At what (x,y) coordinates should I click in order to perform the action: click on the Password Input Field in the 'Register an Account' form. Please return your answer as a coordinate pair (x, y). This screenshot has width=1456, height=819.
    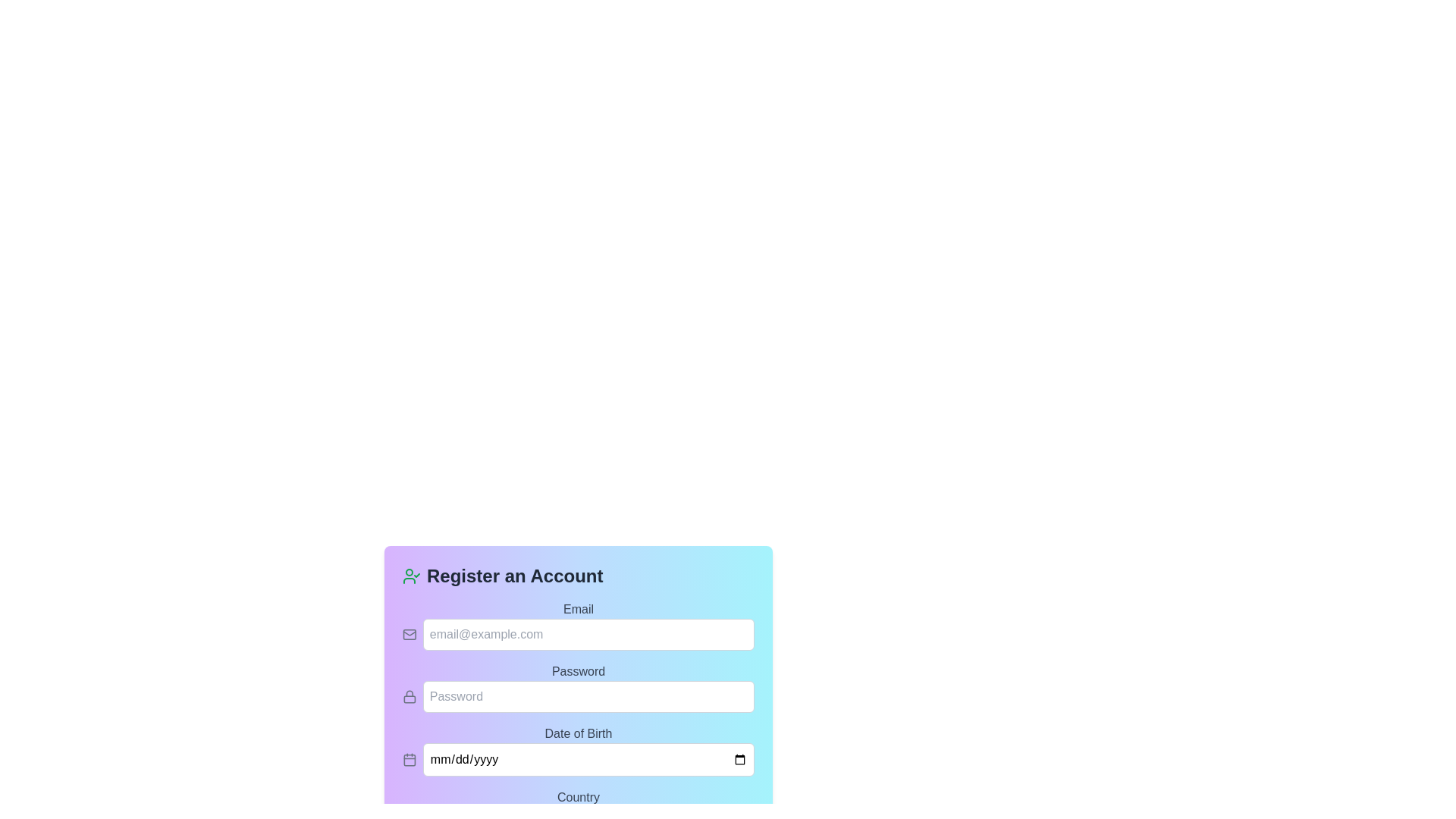
    Looking at the image, I should click on (578, 696).